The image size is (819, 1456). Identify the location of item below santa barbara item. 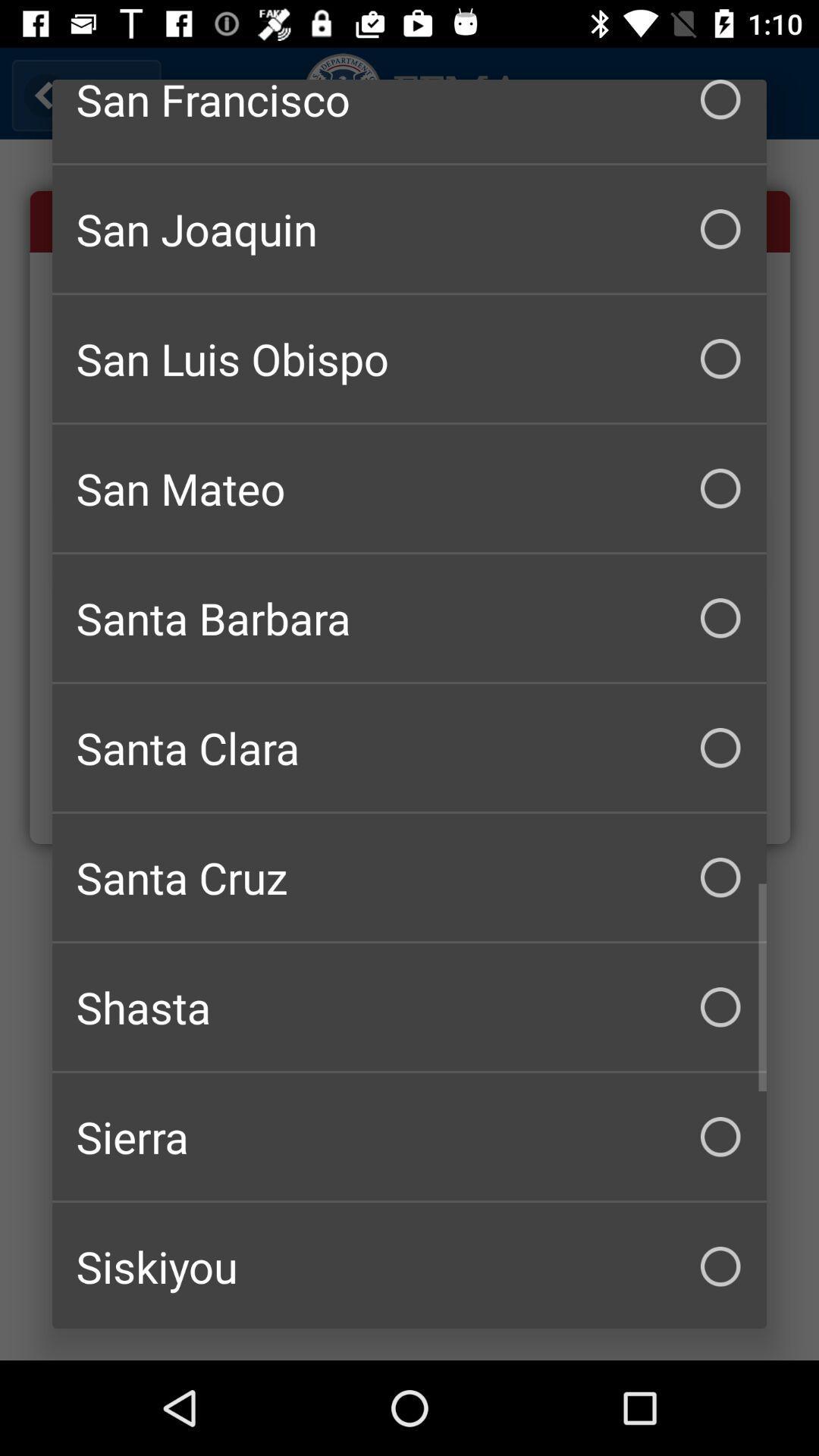
(409, 748).